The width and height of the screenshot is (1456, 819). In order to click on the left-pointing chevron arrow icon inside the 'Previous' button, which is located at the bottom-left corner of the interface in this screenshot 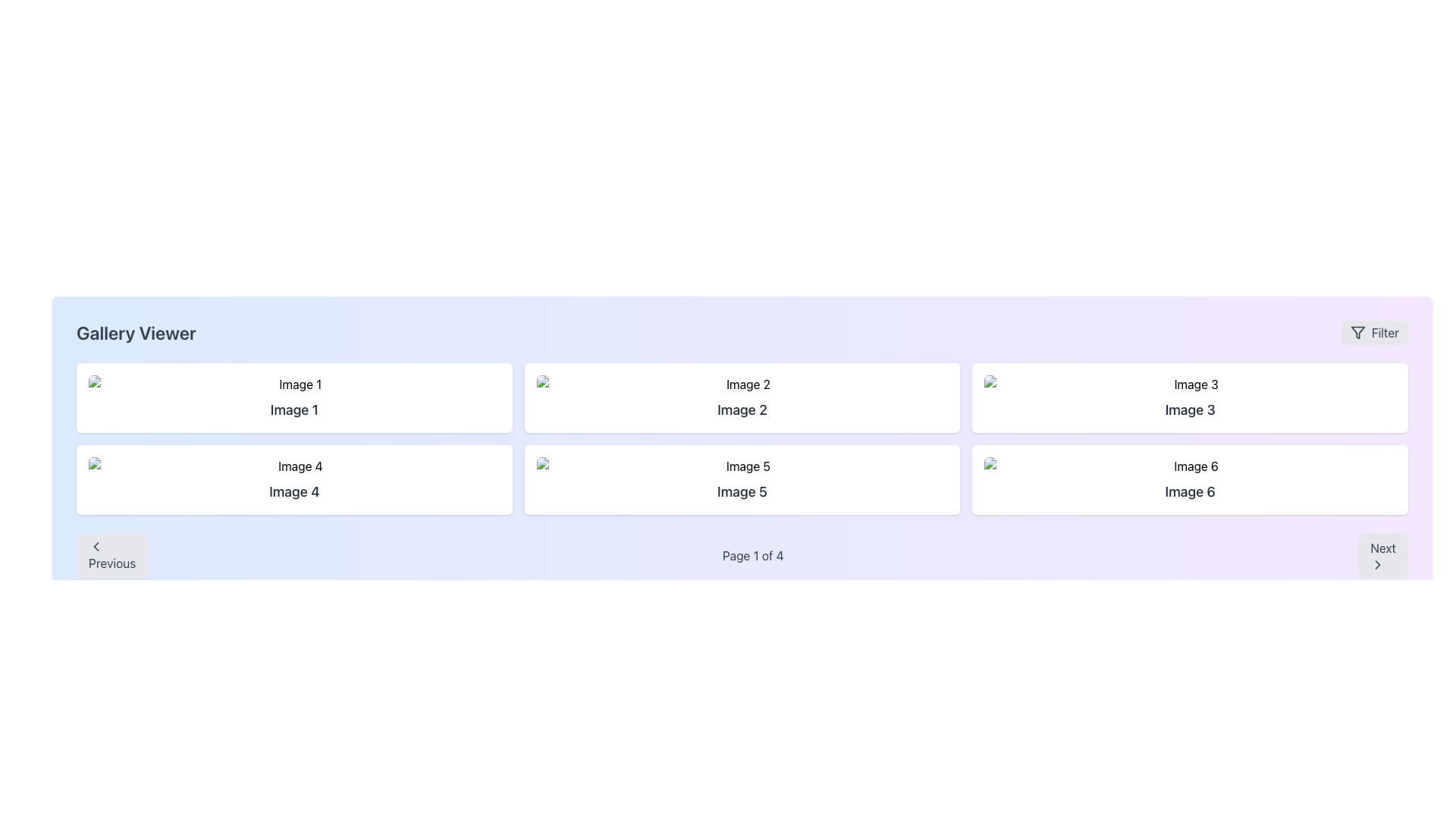, I will do `click(95, 547)`.